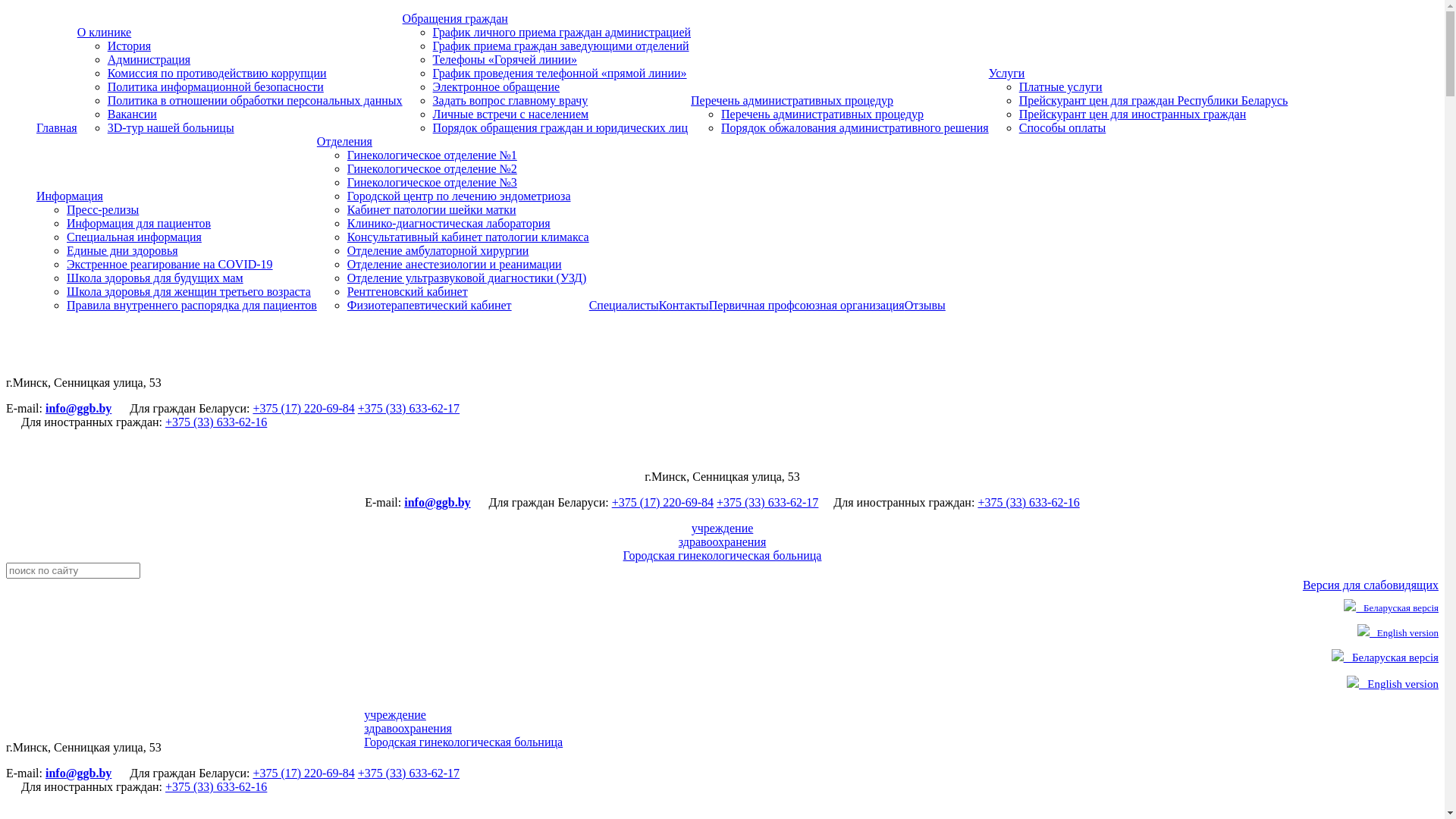 The height and width of the screenshot is (819, 1456). What do you see at coordinates (303, 773) in the screenshot?
I see `'+375 (17) 220-69-84'` at bounding box center [303, 773].